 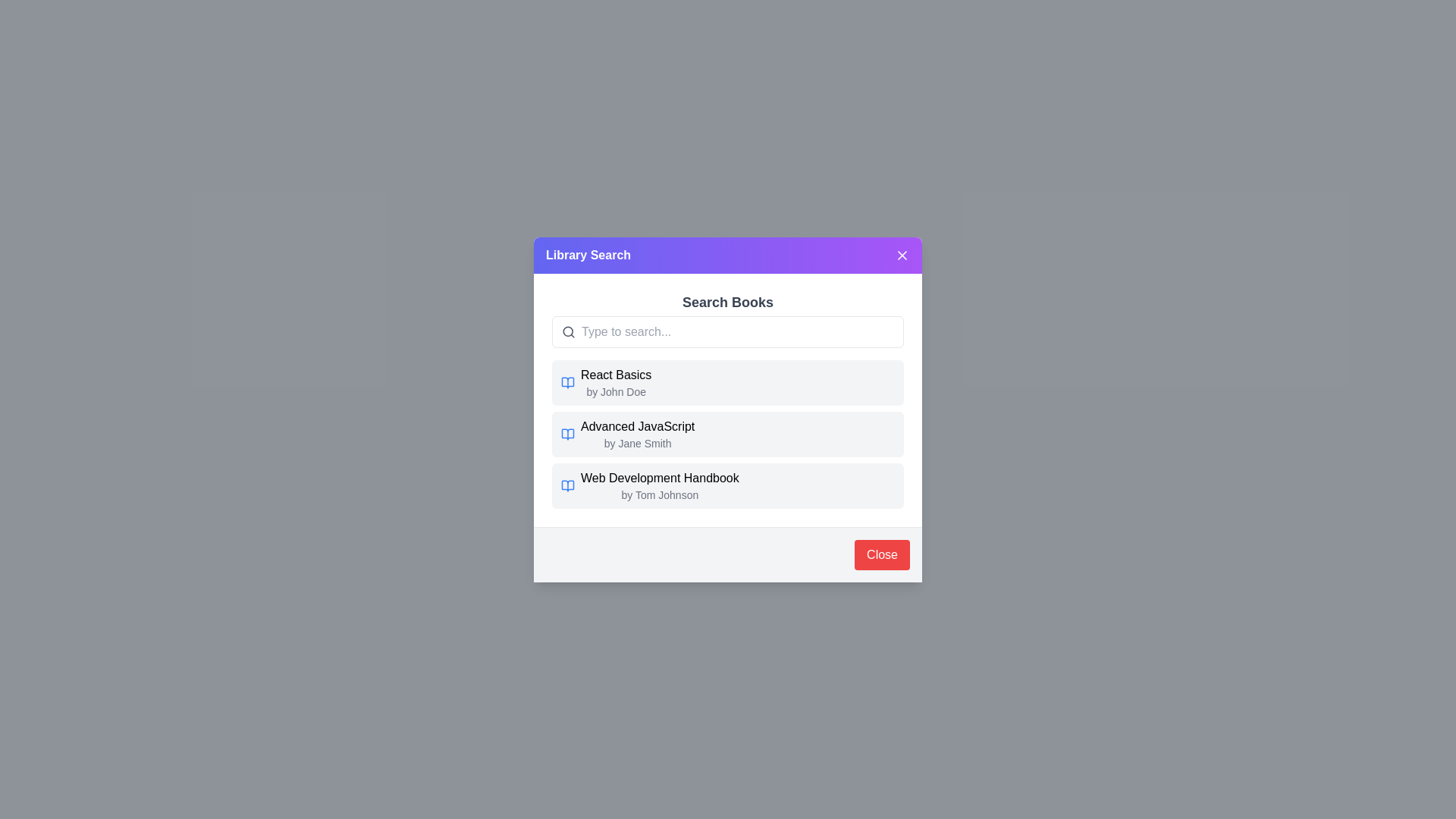 I want to click on the text label that reads 'Advanced JavaScript', so click(x=638, y=426).